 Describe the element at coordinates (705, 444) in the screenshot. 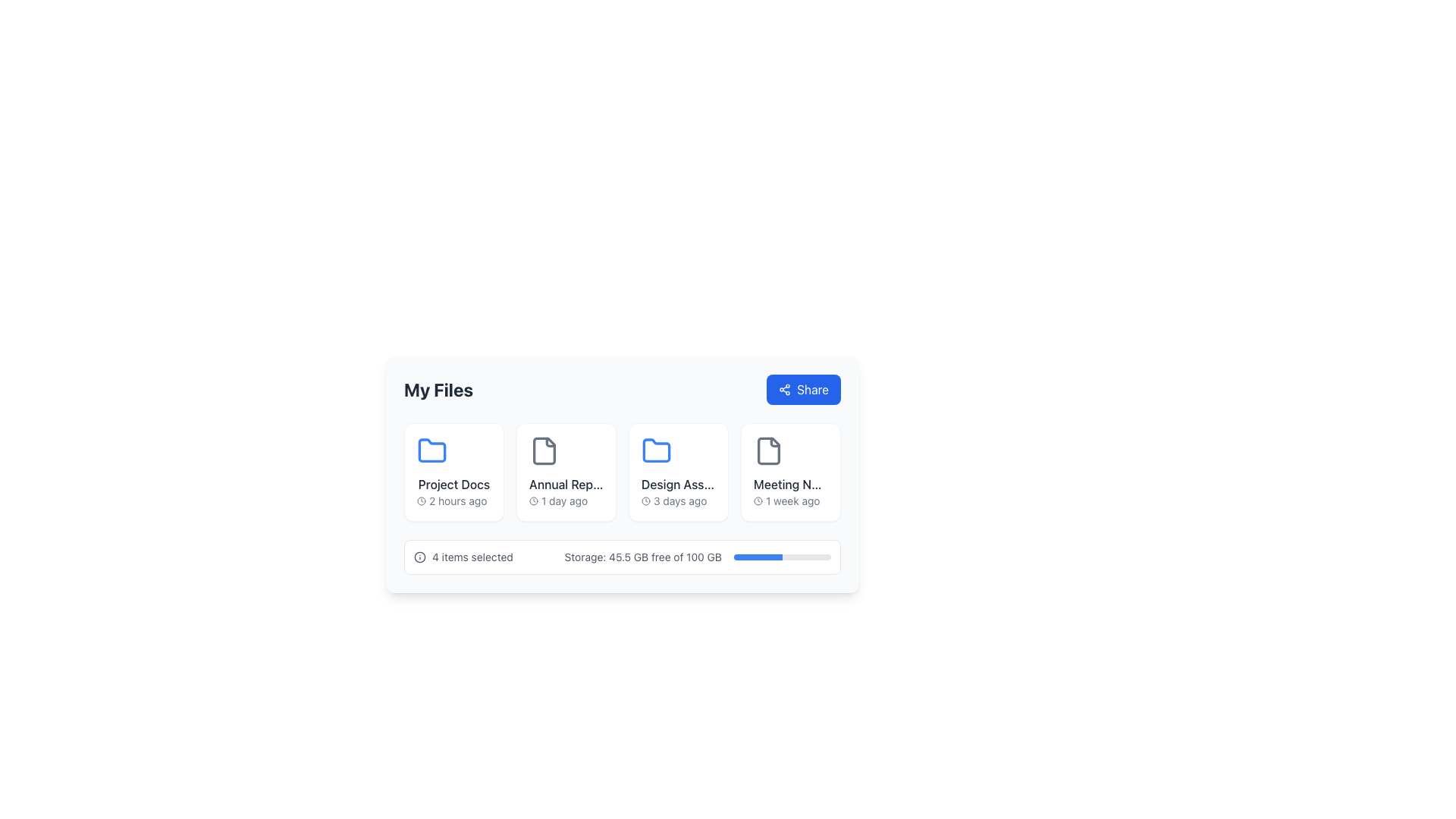

I see `the button in the top-right corner of the 'Design Assignments' card` at that location.